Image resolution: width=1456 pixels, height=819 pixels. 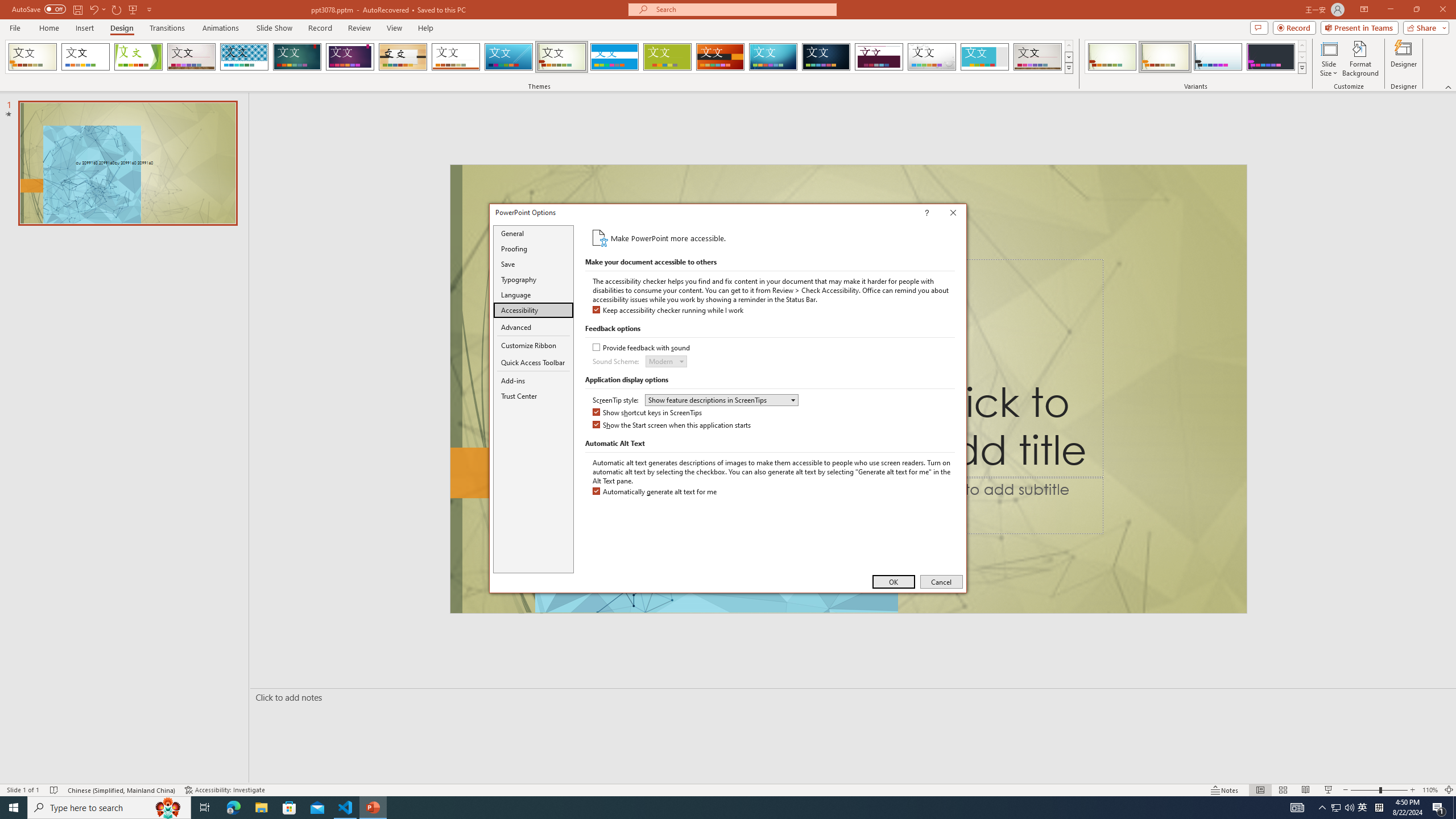 What do you see at coordinates (85, 56) in the screenshot?
I see `'Office Theme'` at bounding box center [85, 56].